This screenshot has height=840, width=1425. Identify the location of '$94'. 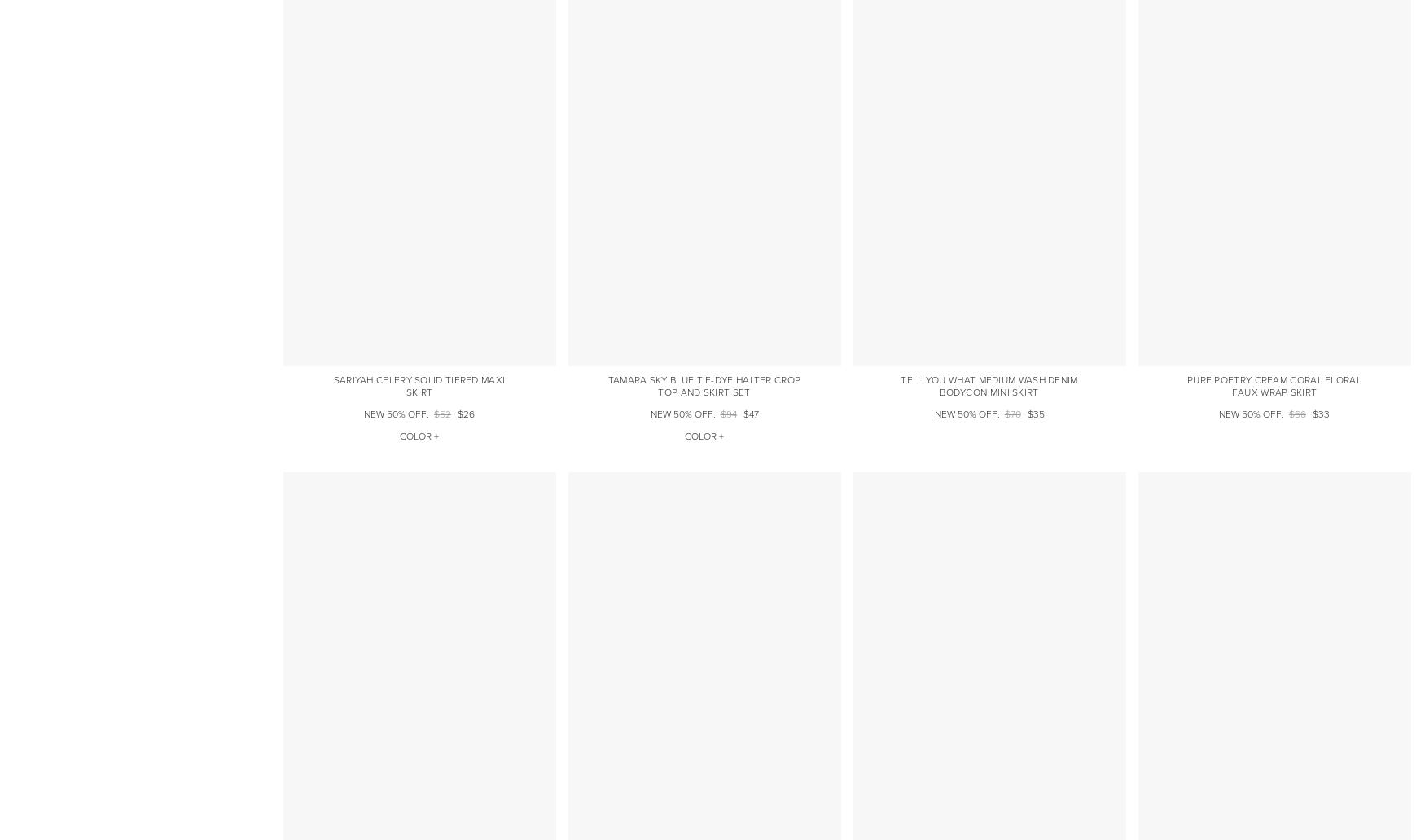
(718, 413).